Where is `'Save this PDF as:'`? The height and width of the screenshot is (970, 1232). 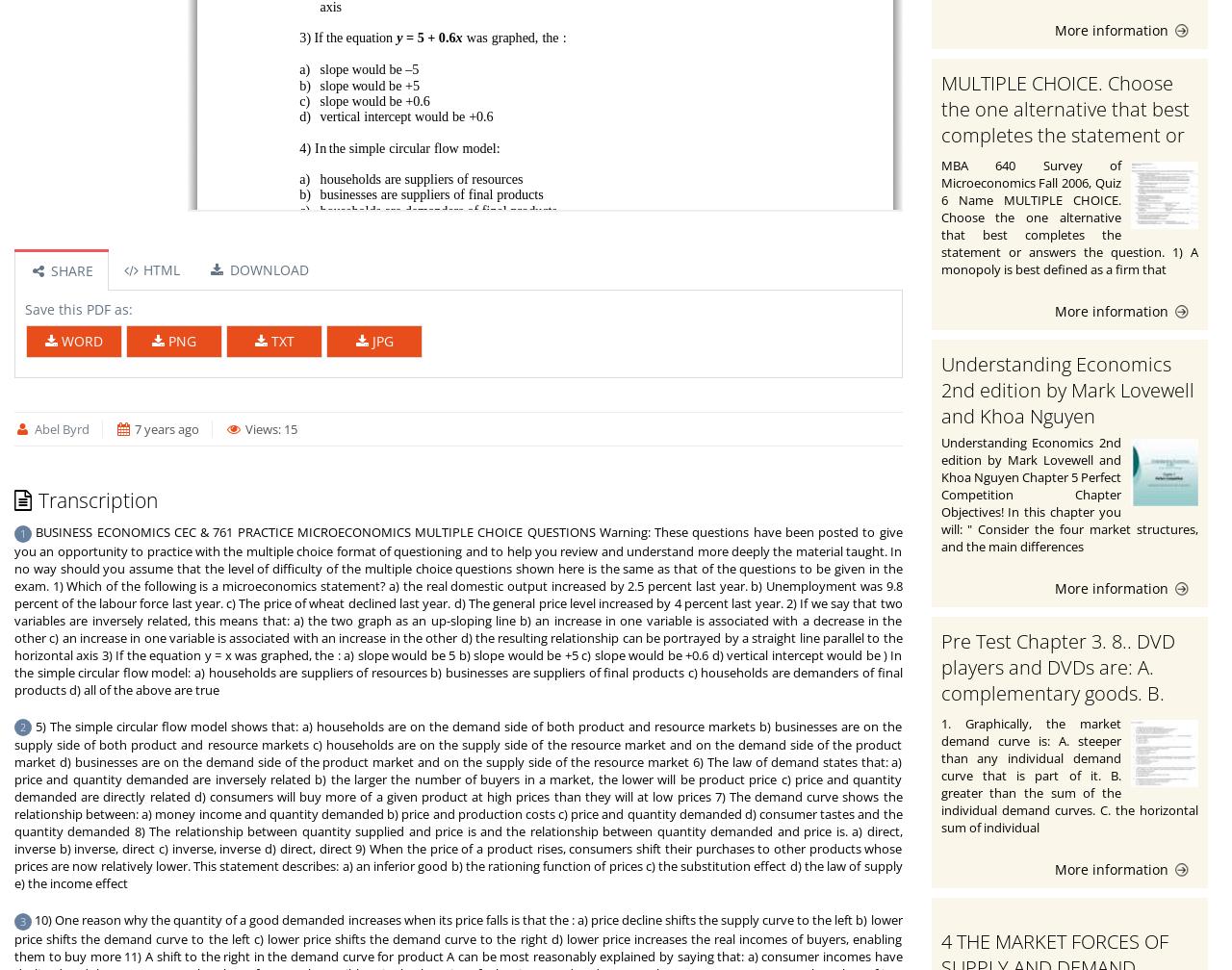
'Save this PDF as:' is located at coordinates (24, 309).